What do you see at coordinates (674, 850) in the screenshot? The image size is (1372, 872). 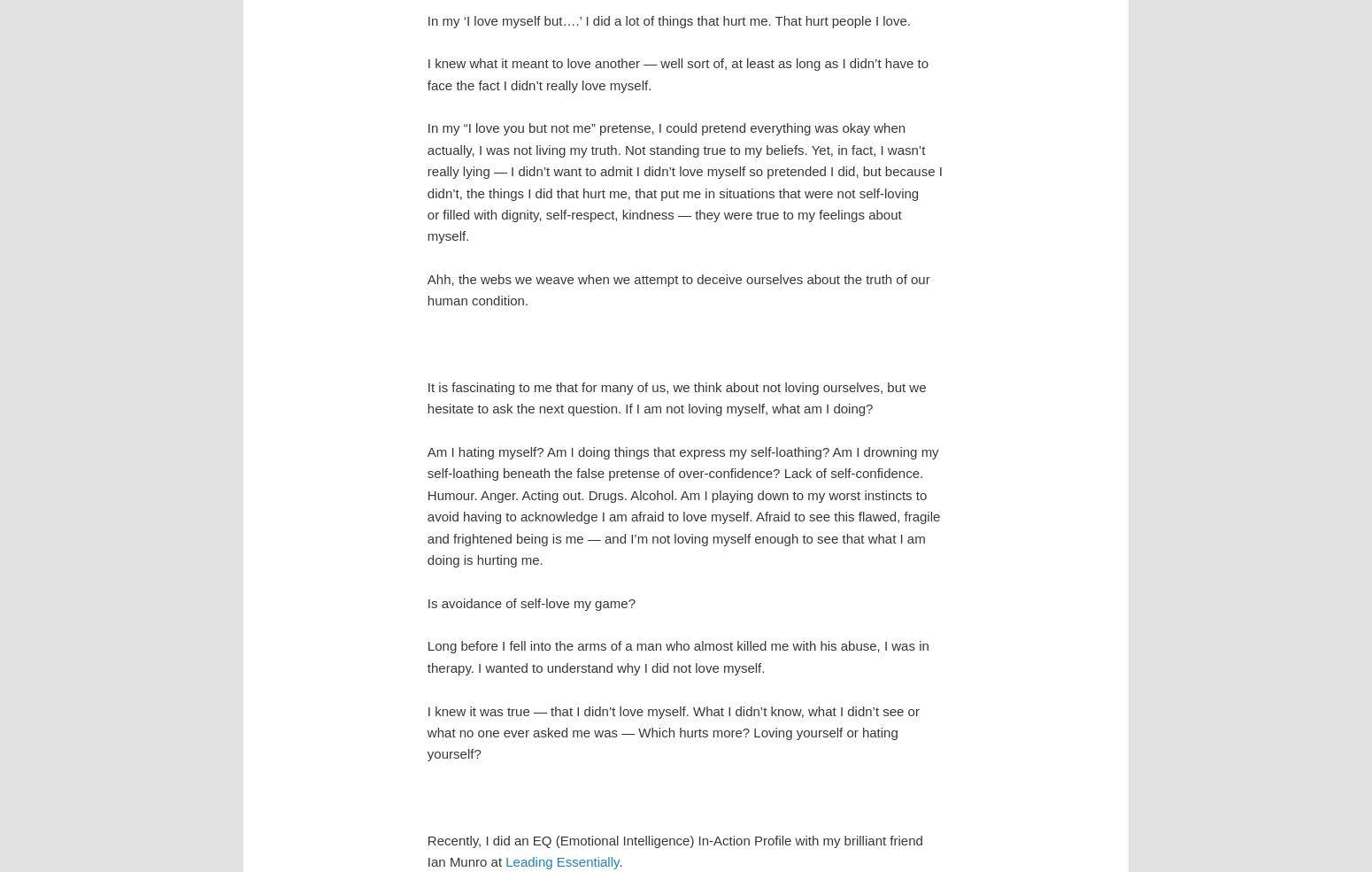 I see `'Recently, I did an EQ (Emotional Intelligence) In-Action Profile with my brilliant friend Ian Munro at'` at bounding box center [674, 850].